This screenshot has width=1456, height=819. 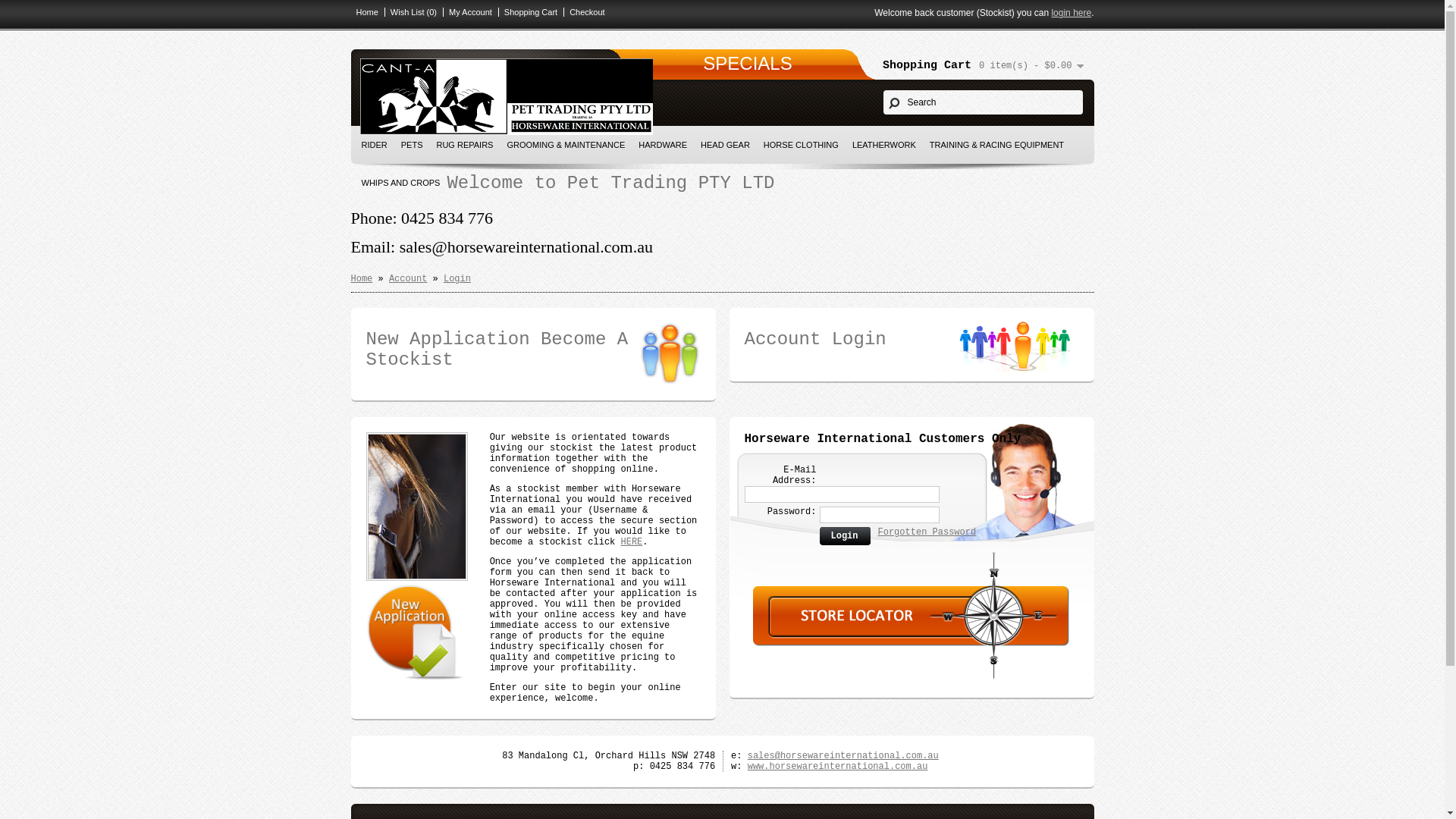 I want to click on 'HERE', so click(x=631, y=541).